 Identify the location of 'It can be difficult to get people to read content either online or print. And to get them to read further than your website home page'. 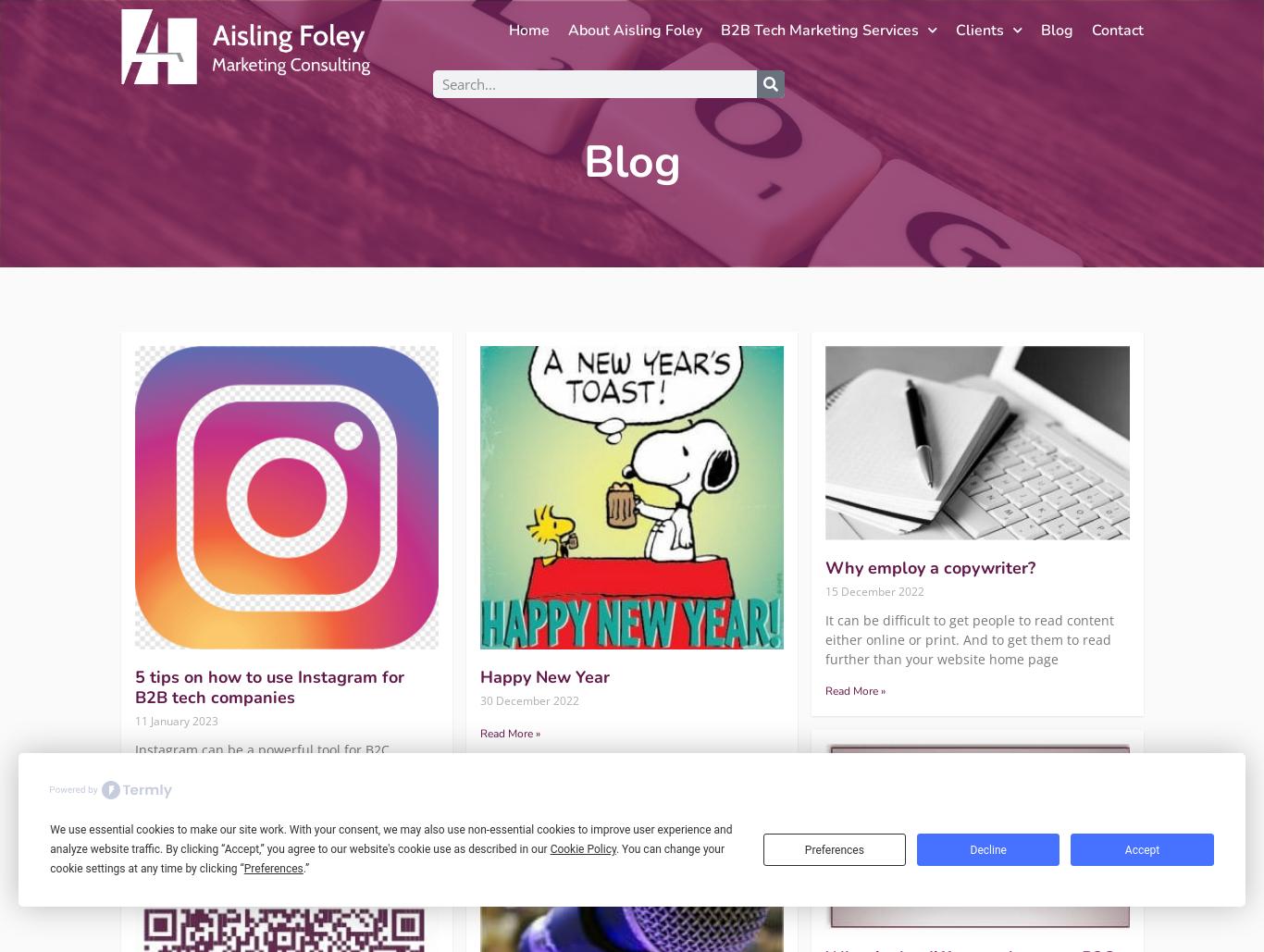
(968, 638).